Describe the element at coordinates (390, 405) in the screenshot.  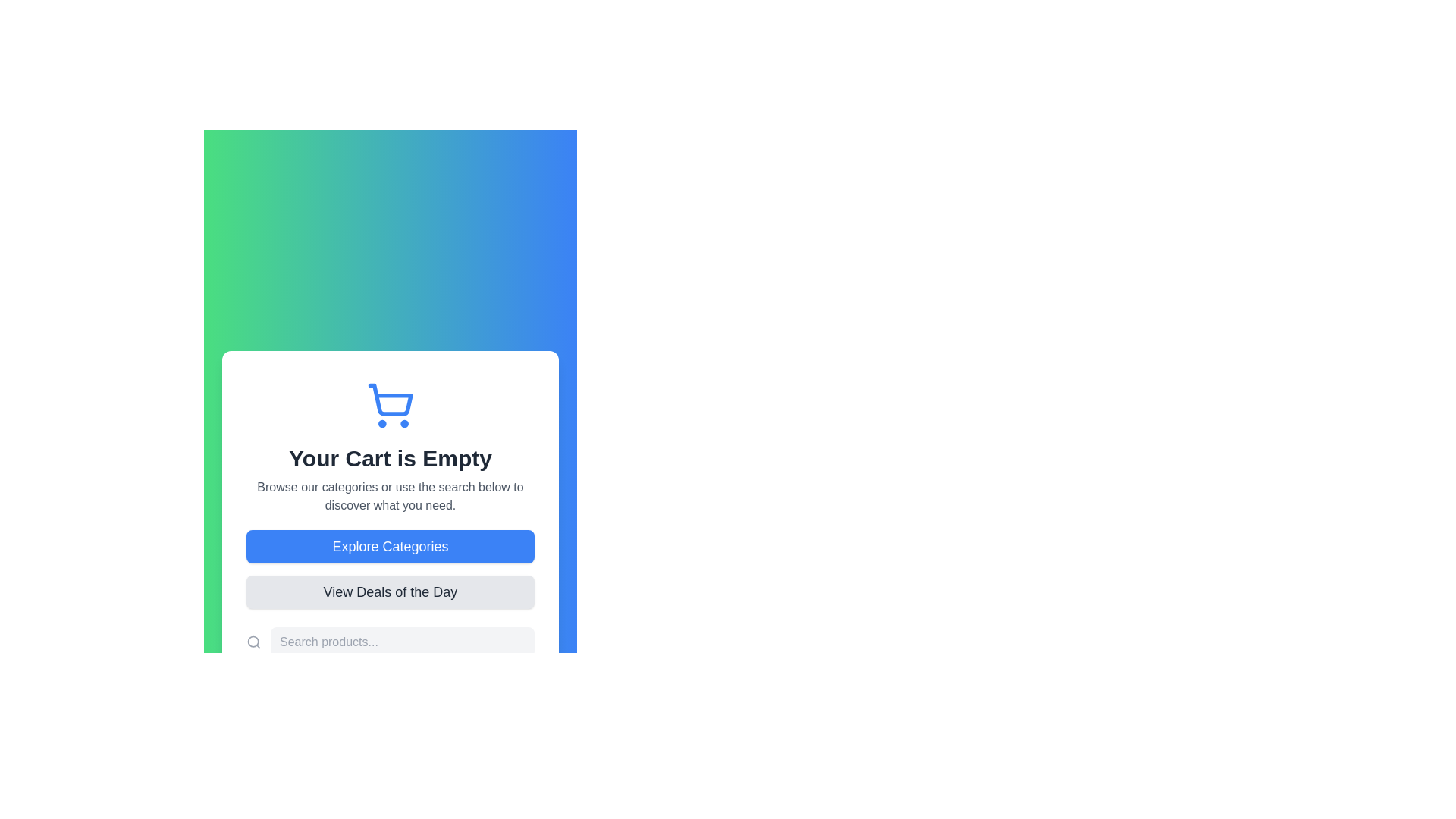
I see `the shopping cart icon, which is a modern outline style, blue in color, with circular wheels and a rectangular basket, located prominently in the upper-center of the section above the text 'Your Cart is Empty'` at that location.